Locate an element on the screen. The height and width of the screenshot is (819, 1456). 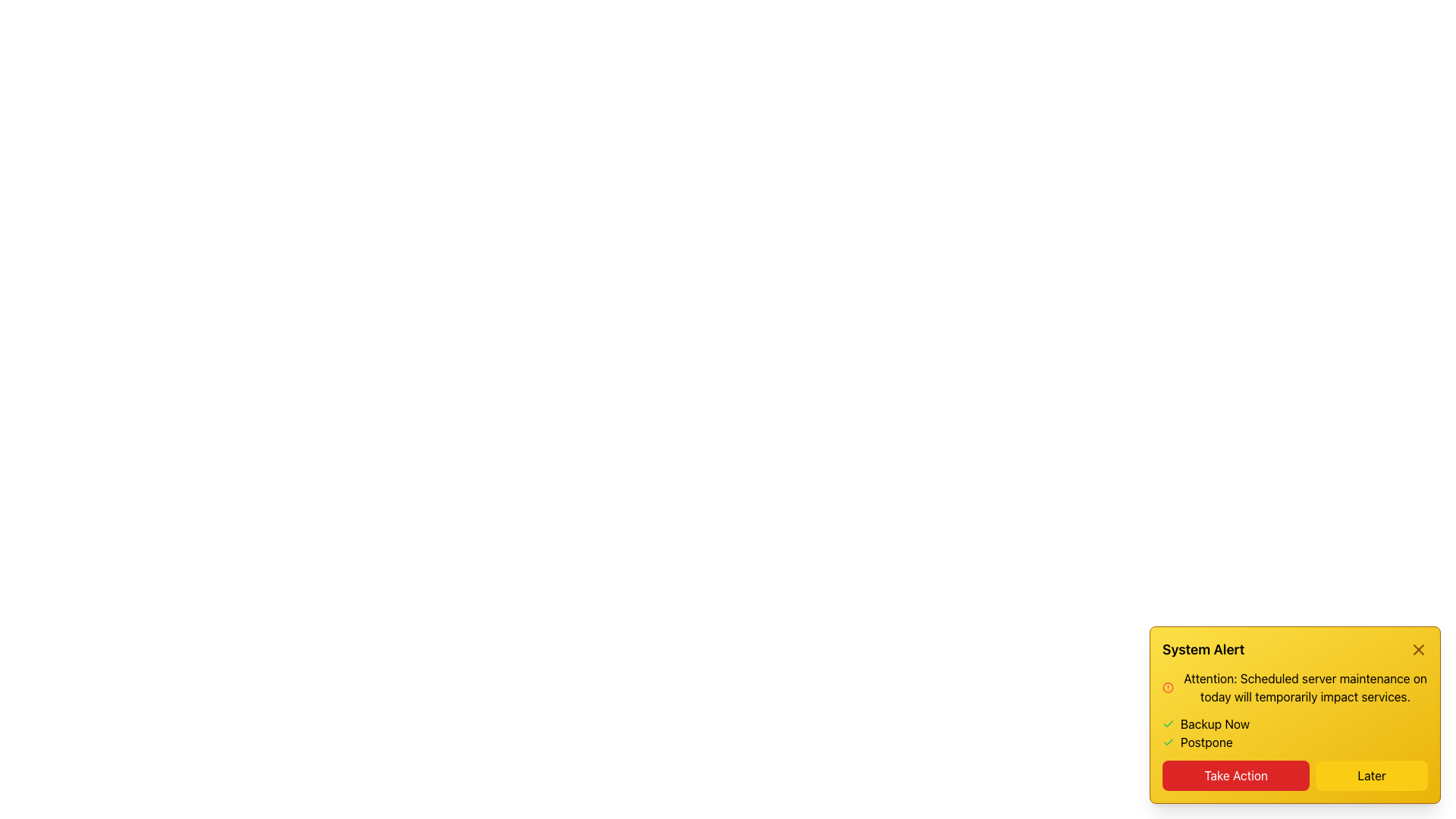
the bold 'System Alert' text label, which is prominently displayed at the top-left corner of the notification box is located at coordinates (1203, 648).